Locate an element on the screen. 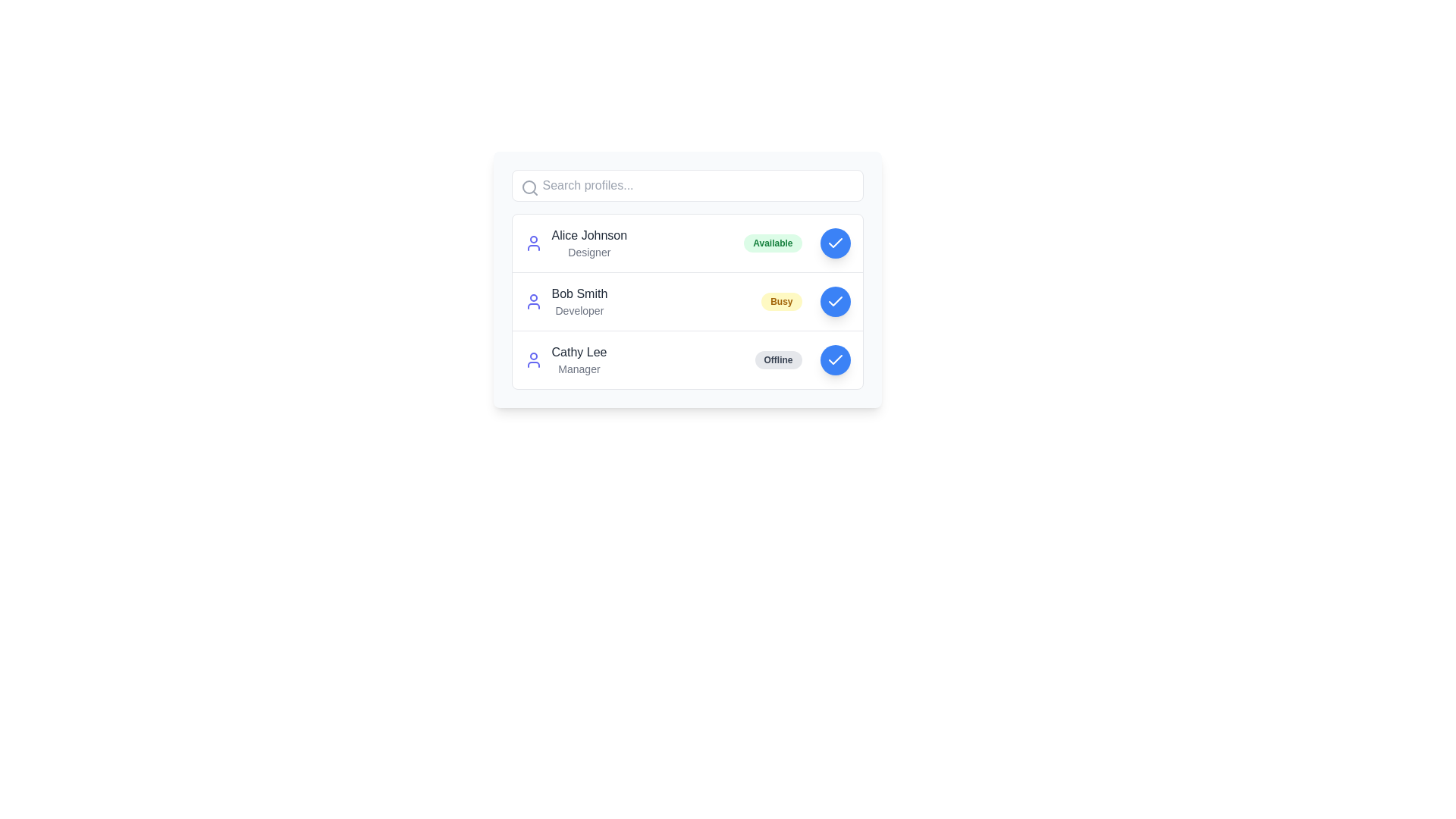  the checkmark icon within the blue circular button located to the right of Alice Johnson's profile details is located at coordinates (834, 242).